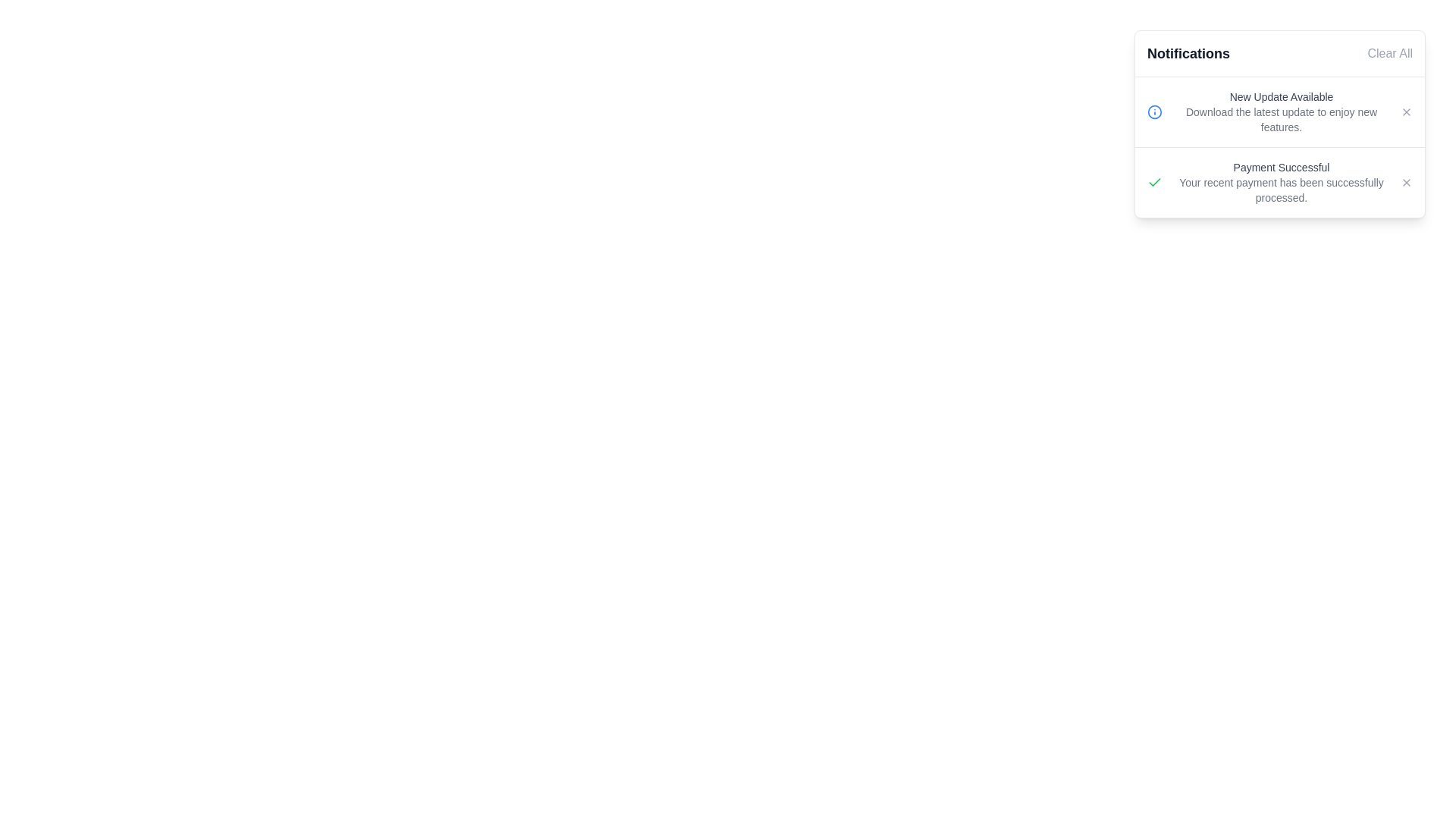  I want to click on text content of the notification panel displaying 'Payment Successful' and 'Your recent payment has been successfully processed.', so click(1280, 181).